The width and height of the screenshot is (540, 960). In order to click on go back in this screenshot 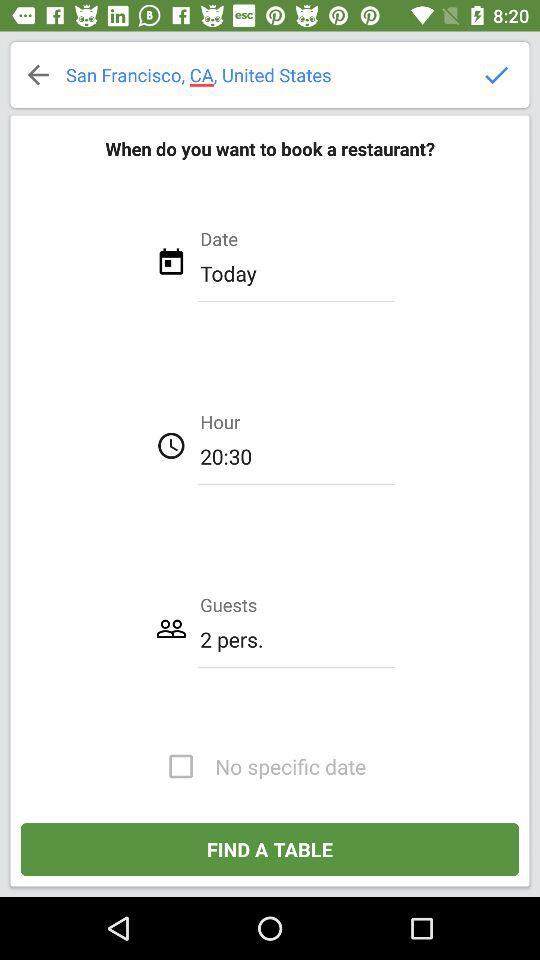, I will do `click(38, 74)`.